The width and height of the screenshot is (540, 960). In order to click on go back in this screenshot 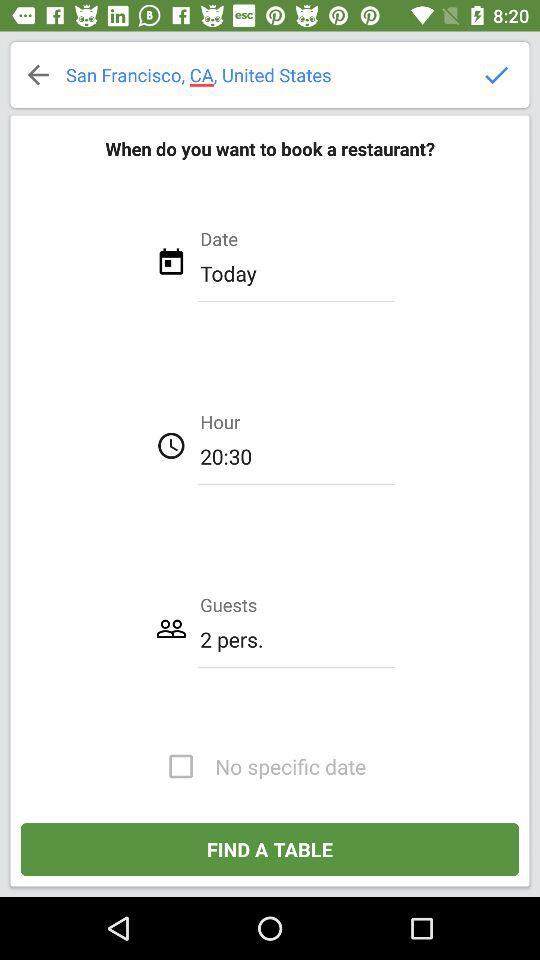, I will do `click(38, 74)`.